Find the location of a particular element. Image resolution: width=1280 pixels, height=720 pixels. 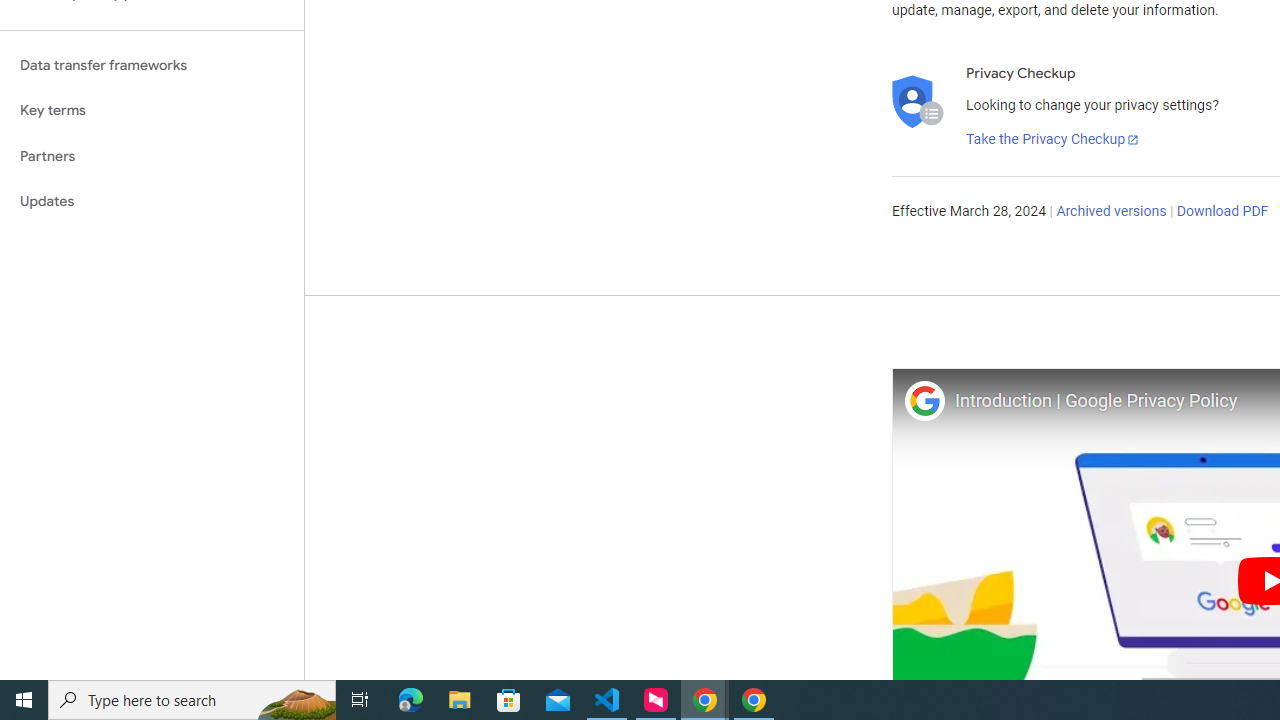

'Partners' is located at coordinates (151, 155).